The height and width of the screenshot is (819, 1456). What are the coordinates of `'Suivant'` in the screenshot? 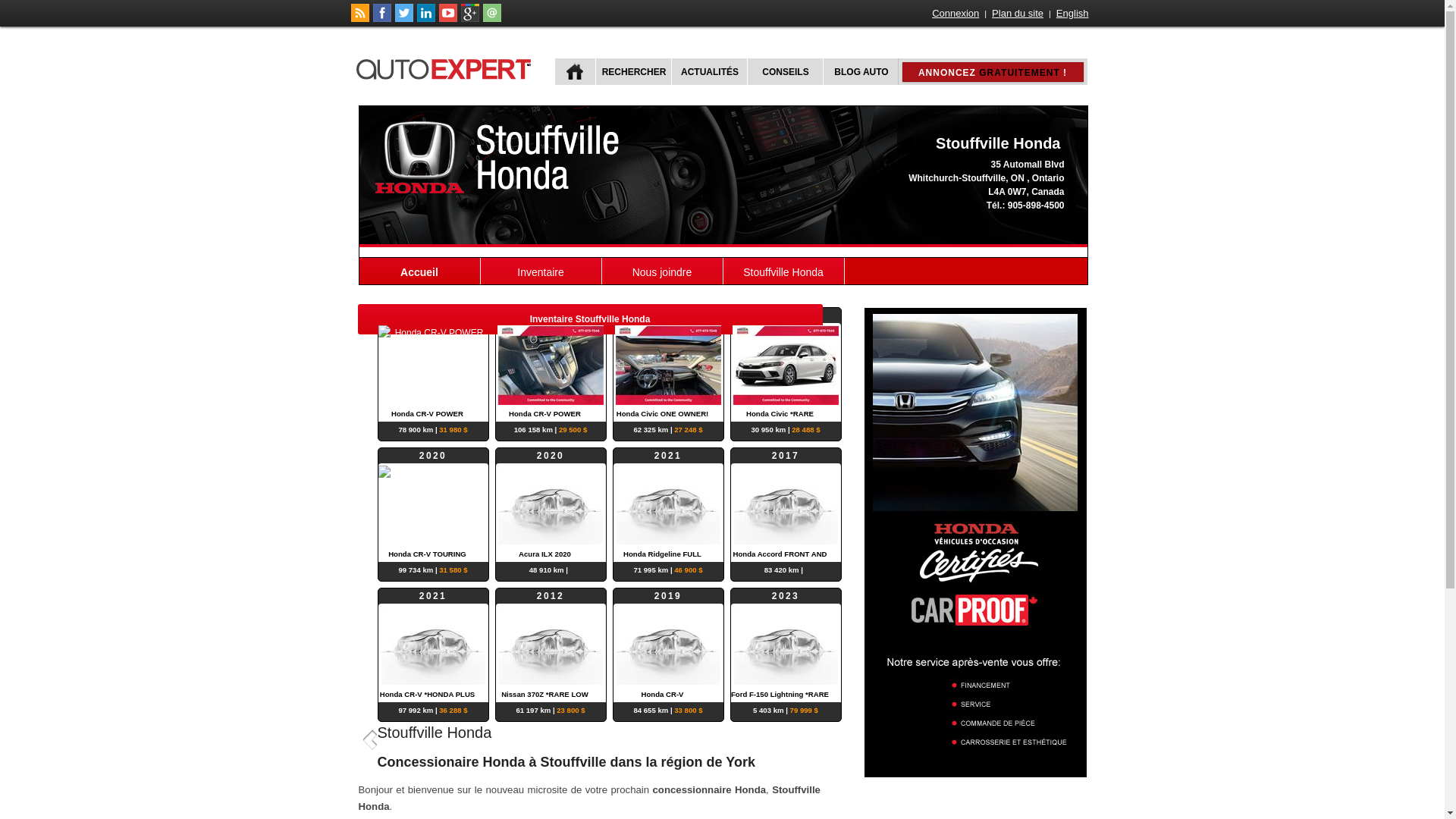 It's located at (811, 738).